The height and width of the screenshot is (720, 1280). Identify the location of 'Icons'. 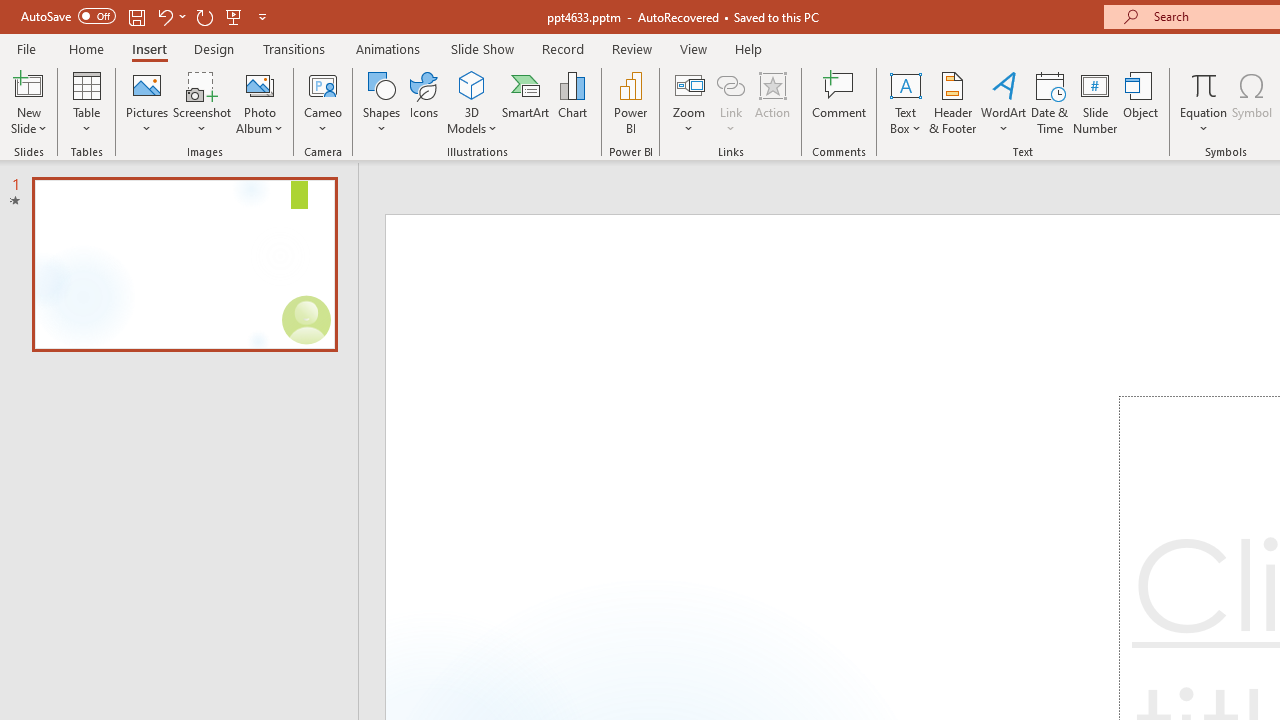
(423, 103).